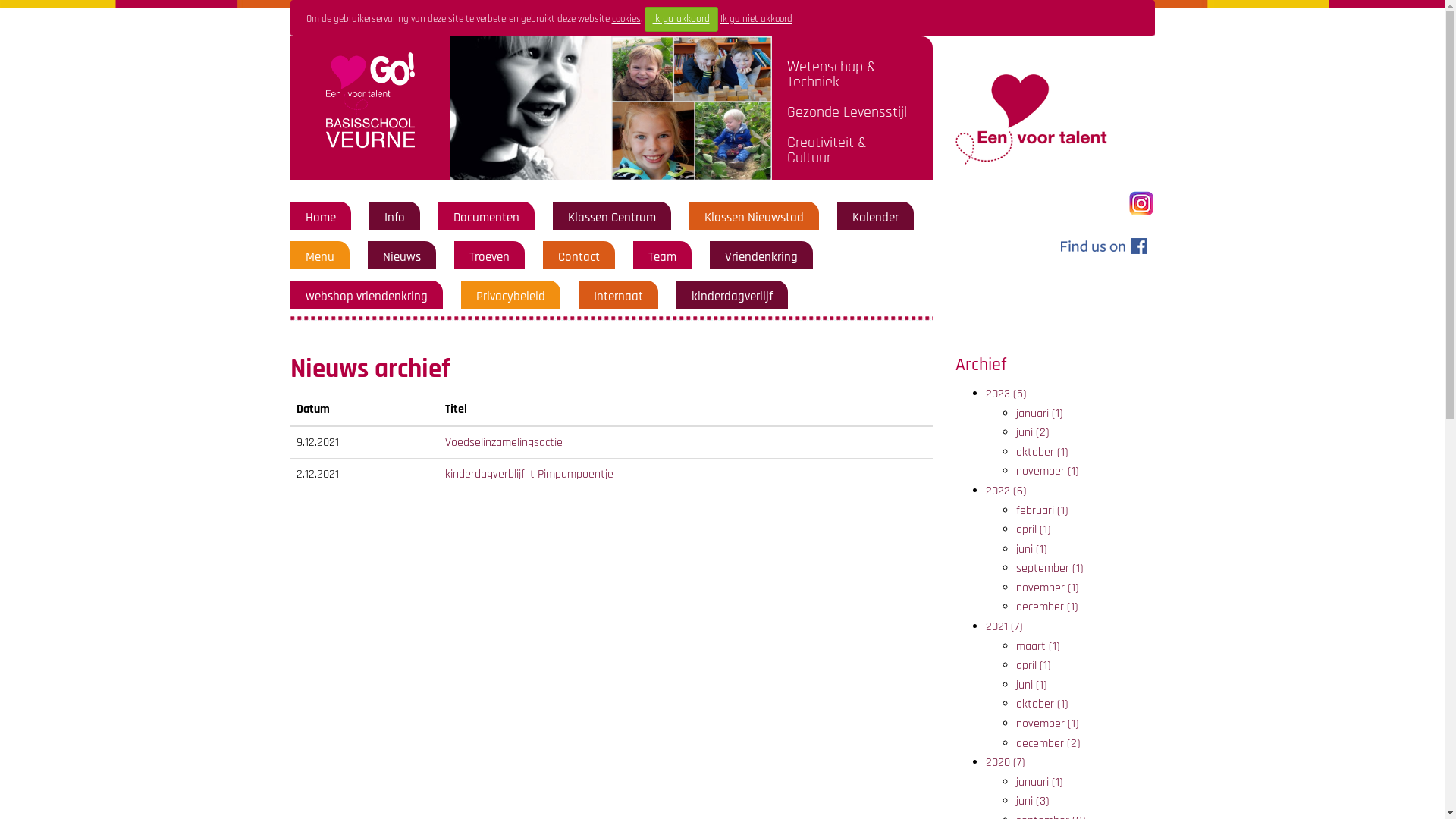 The height and width of the screenshot is (819, 1456). Describe the element at coordinates (1032, 432) in the screenshot. I see `'juni (2)'` at that location.